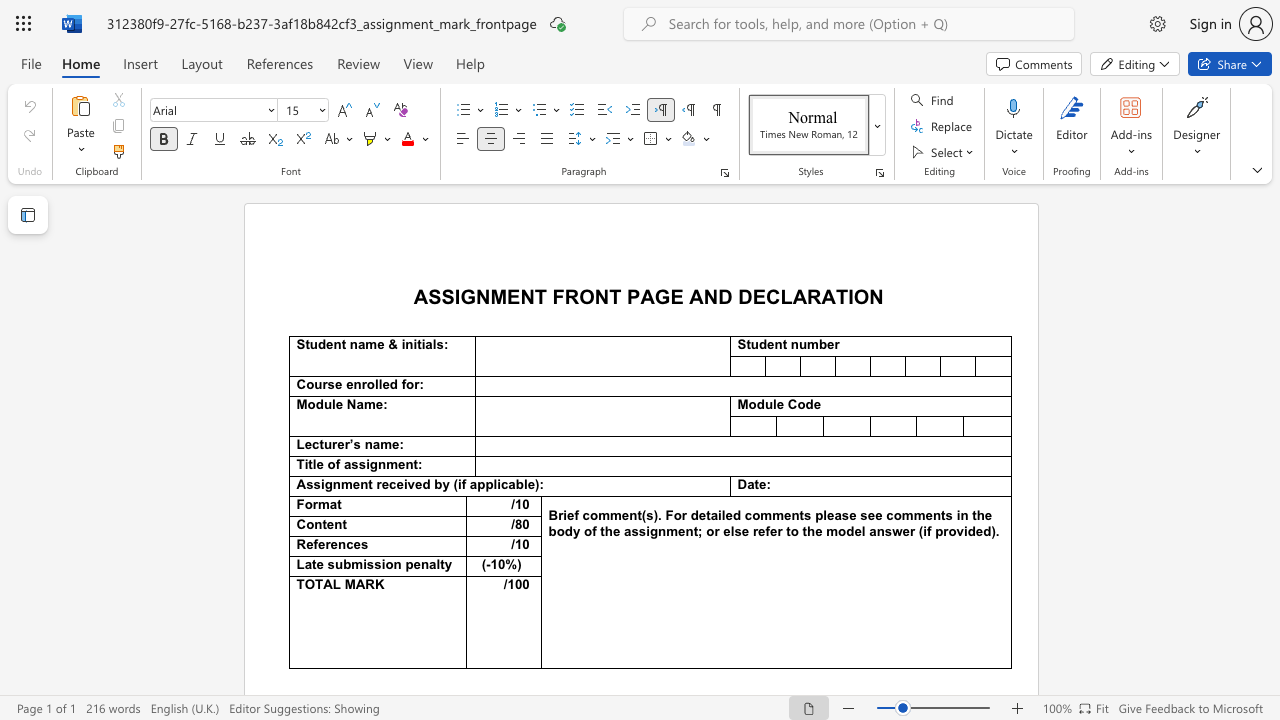 This screenshot has width=1280, height=720. I want to click on the subset text "ease see comments in the bo" within the text "Brief comment(s). For detailed comments please see comments in the body of the assignment; or else refer to the model answer (if provided).", so click(827, 514).